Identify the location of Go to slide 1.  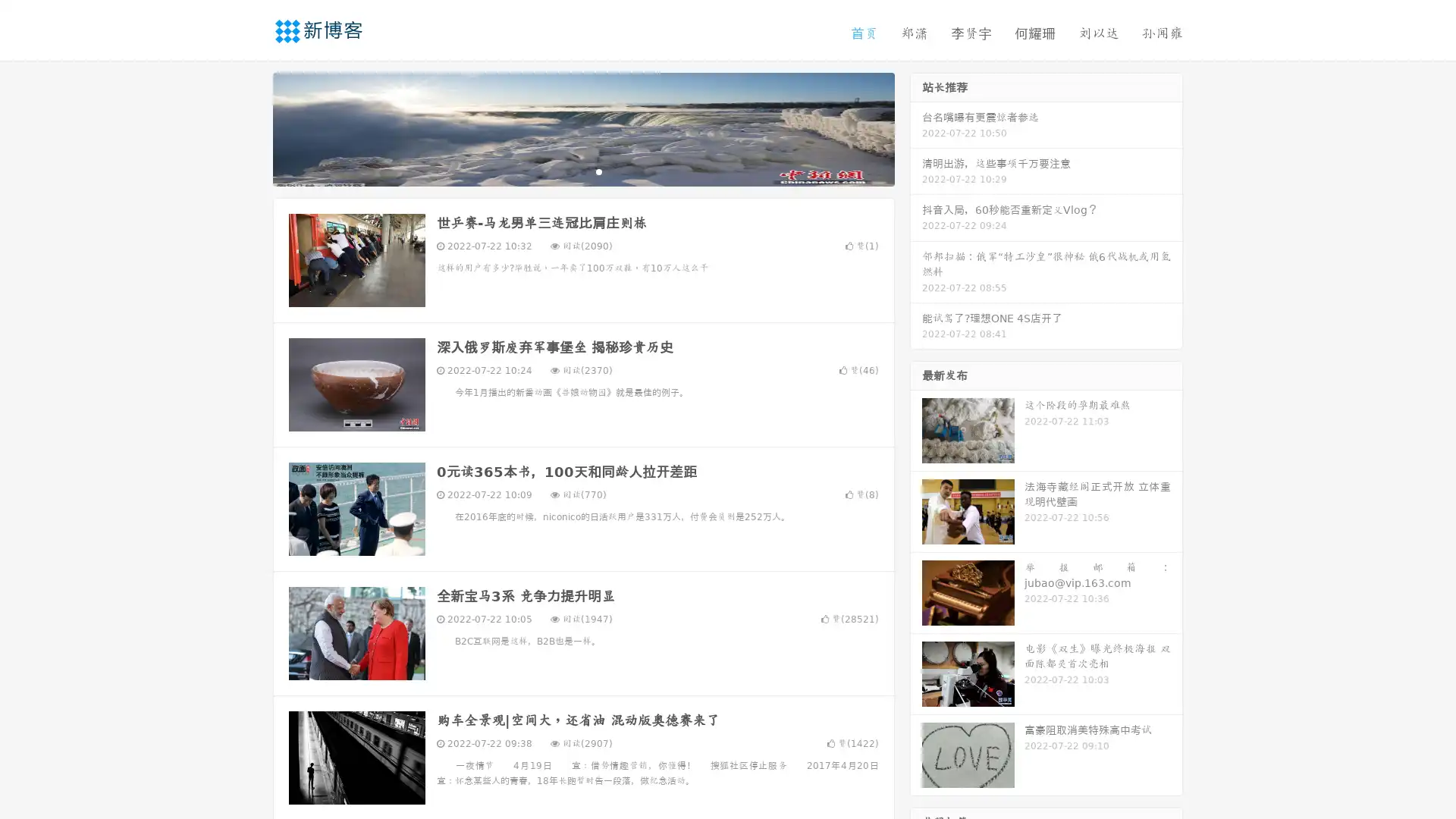
(567, 171).